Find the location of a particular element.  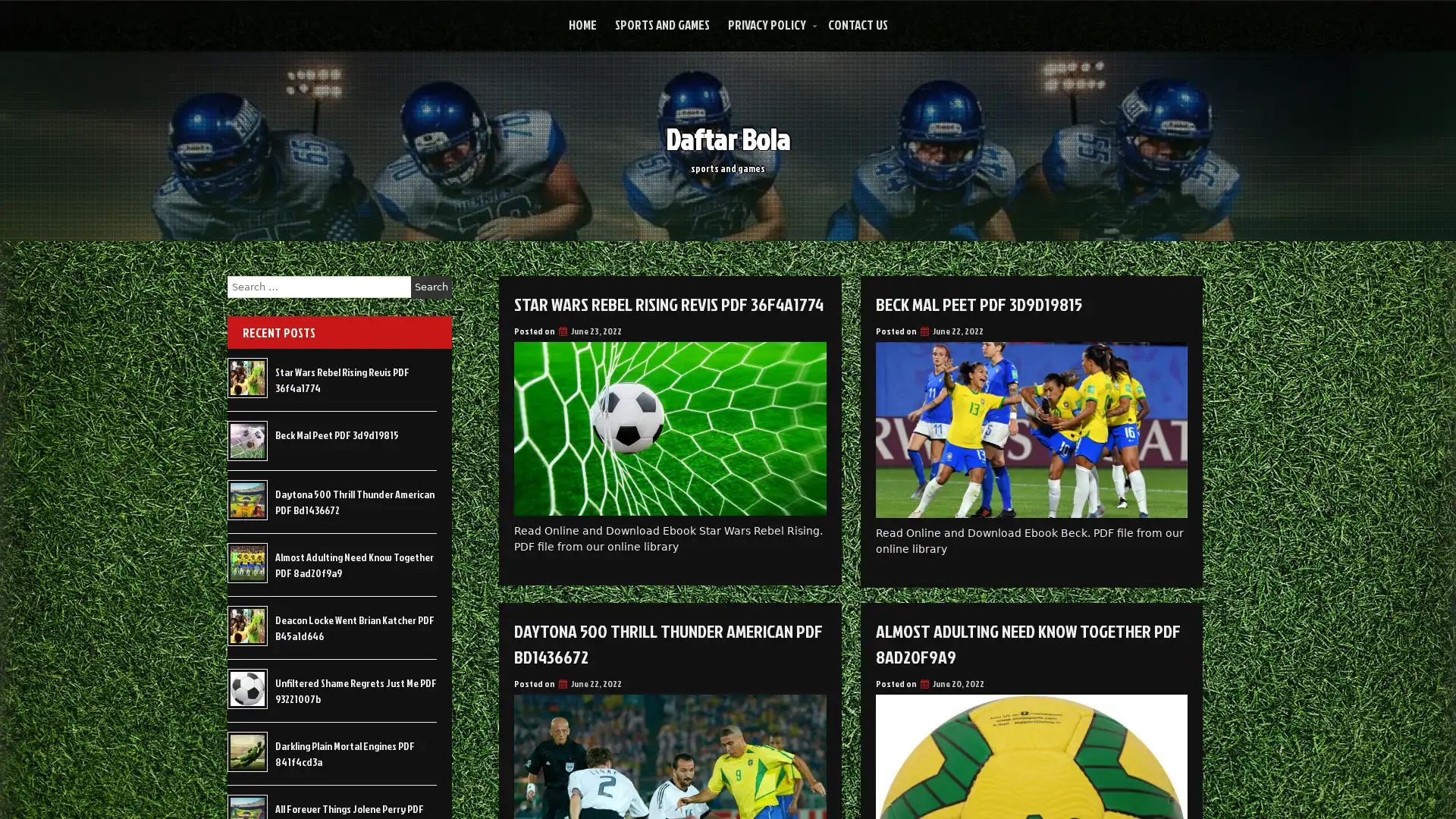

Search is located at coordinates (431, 287).